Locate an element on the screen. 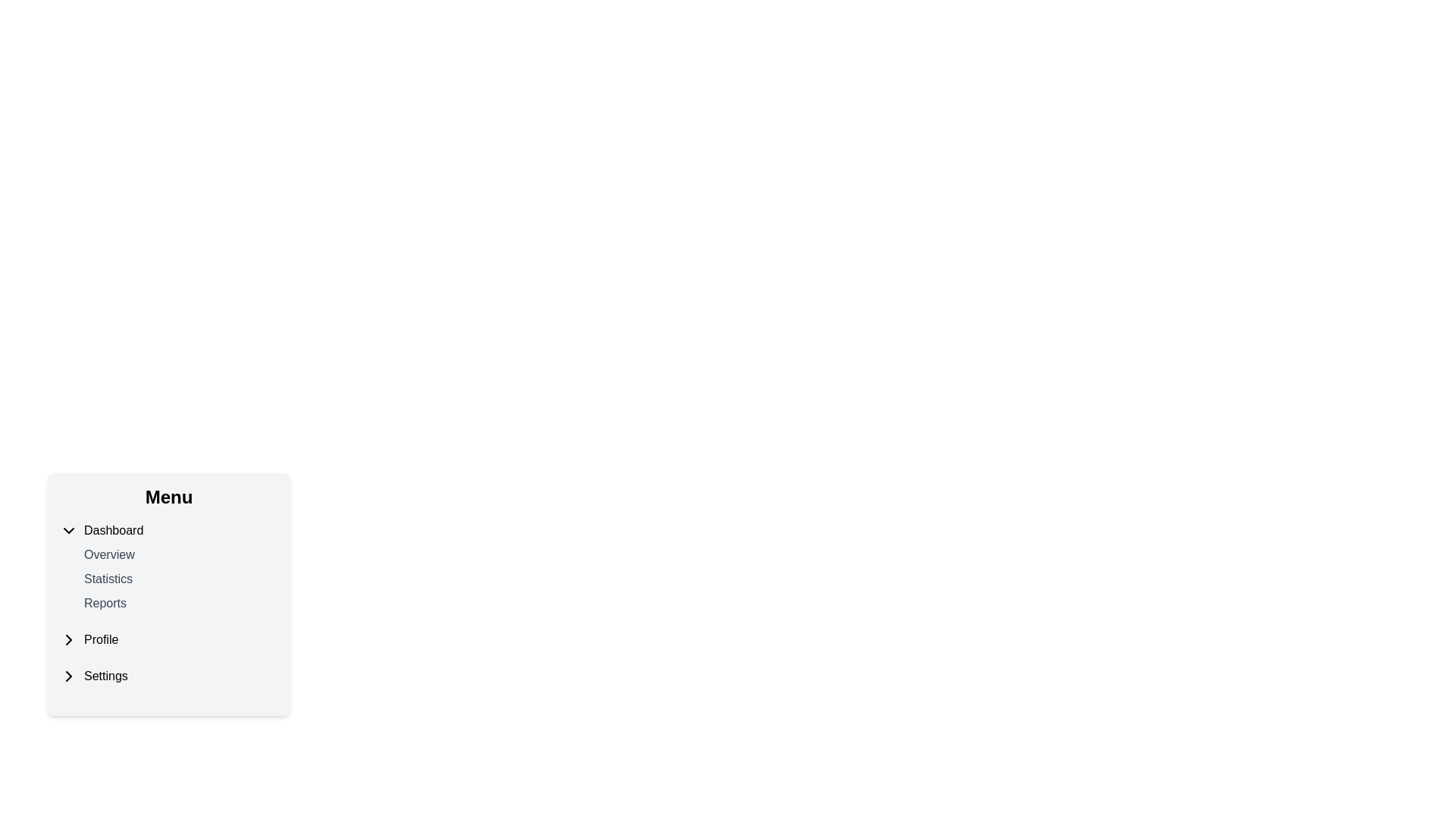 This screenshot has width=1456, height=819. the icon located to the left of the text 'Dashboard' in the vertical menu is located at coordinates (68, 529).